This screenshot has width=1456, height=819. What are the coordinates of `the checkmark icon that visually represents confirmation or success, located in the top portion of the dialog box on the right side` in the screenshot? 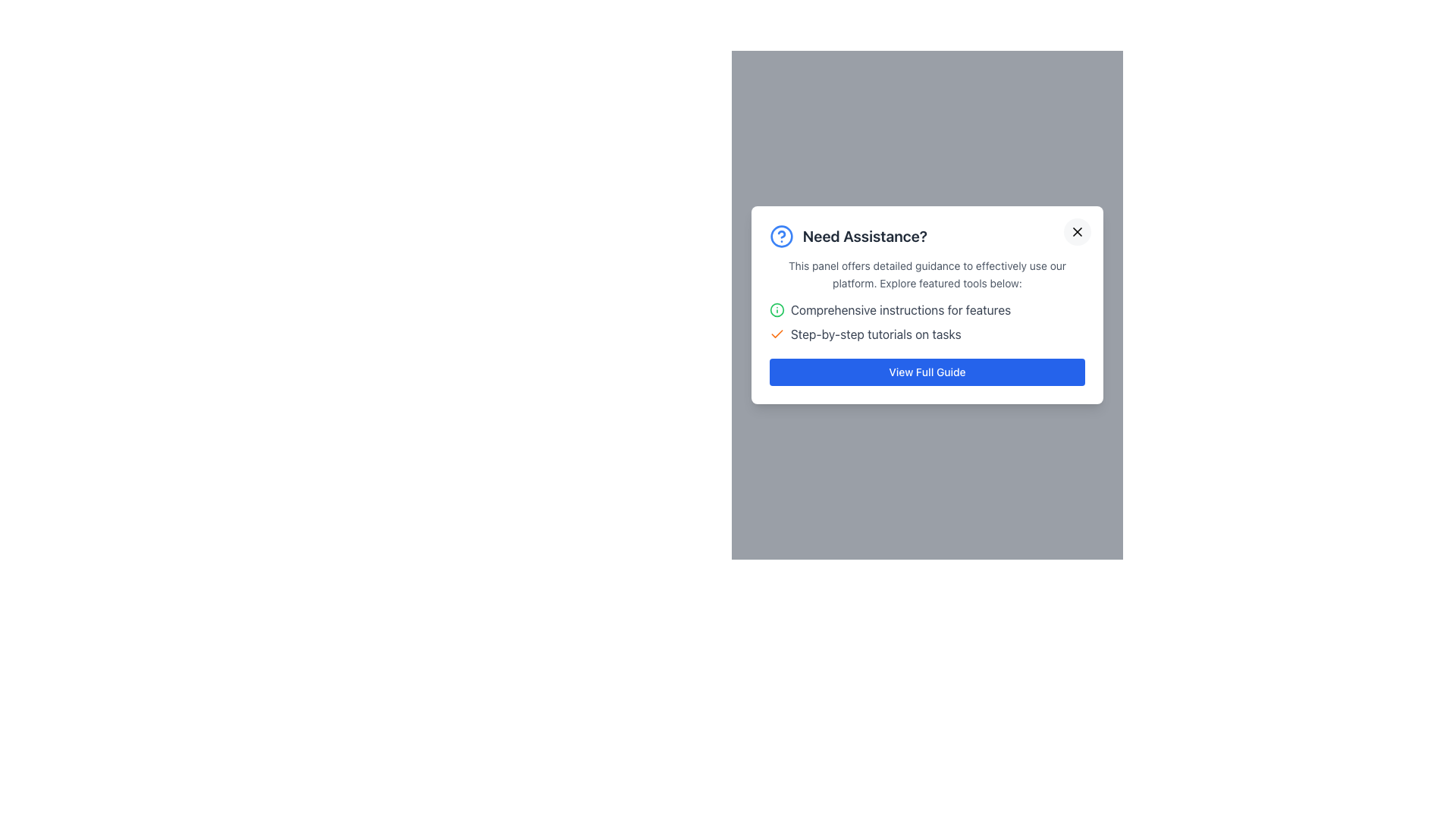 It's located at (777, 333).